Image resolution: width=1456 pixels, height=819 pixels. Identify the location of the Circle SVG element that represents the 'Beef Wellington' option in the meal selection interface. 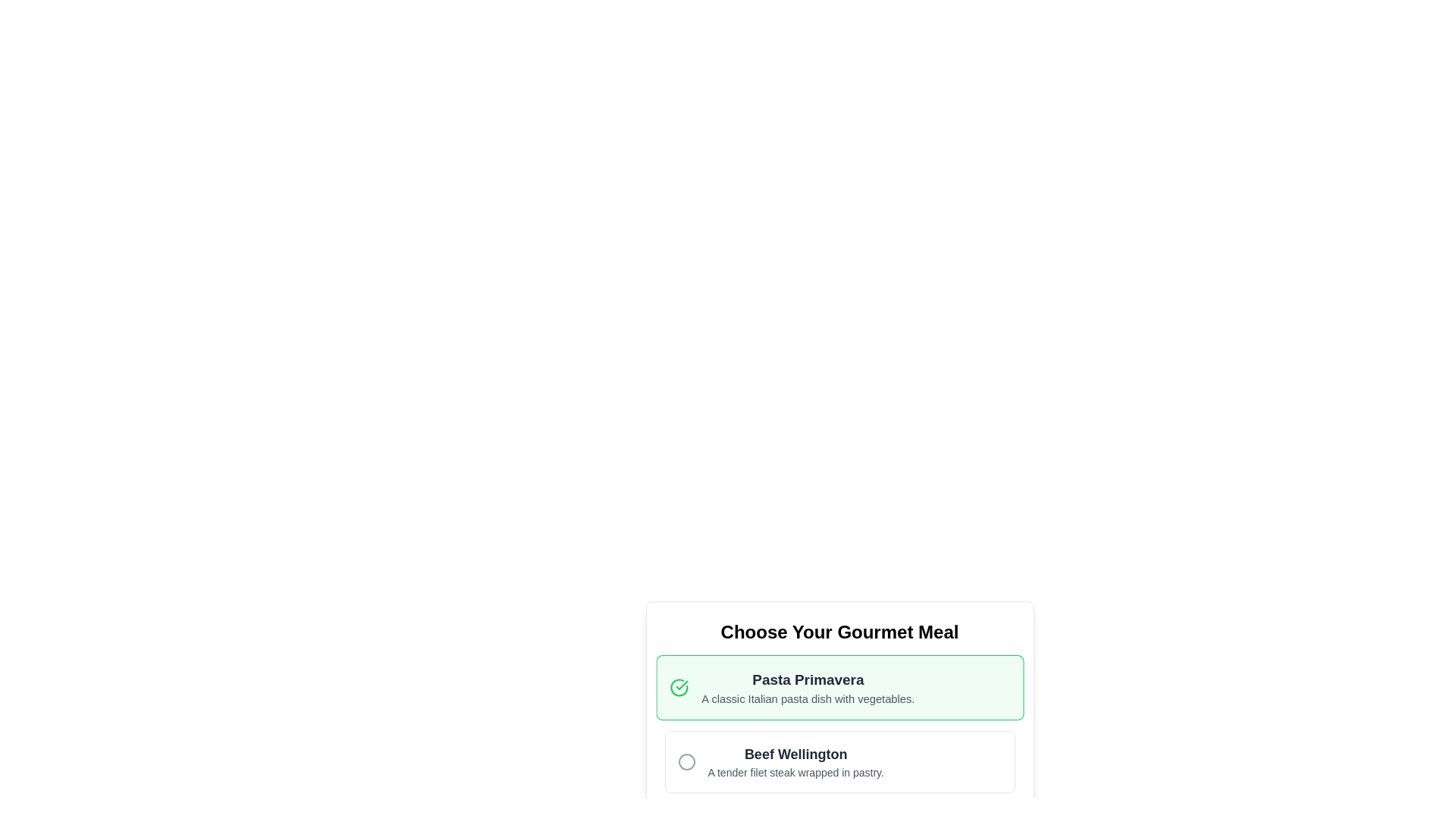
(686, 762).